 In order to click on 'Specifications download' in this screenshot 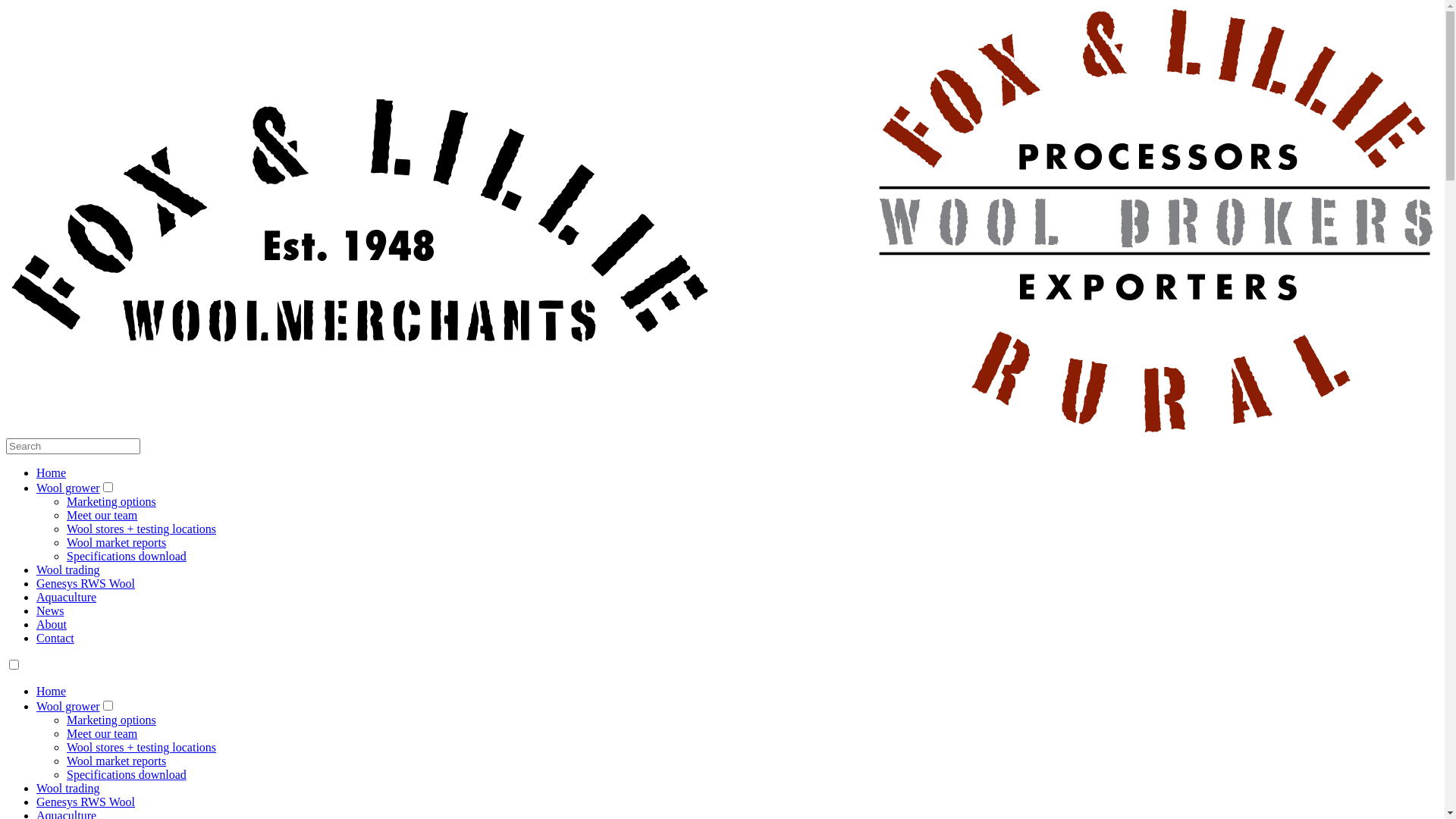, I will do `click(127, 556)`.